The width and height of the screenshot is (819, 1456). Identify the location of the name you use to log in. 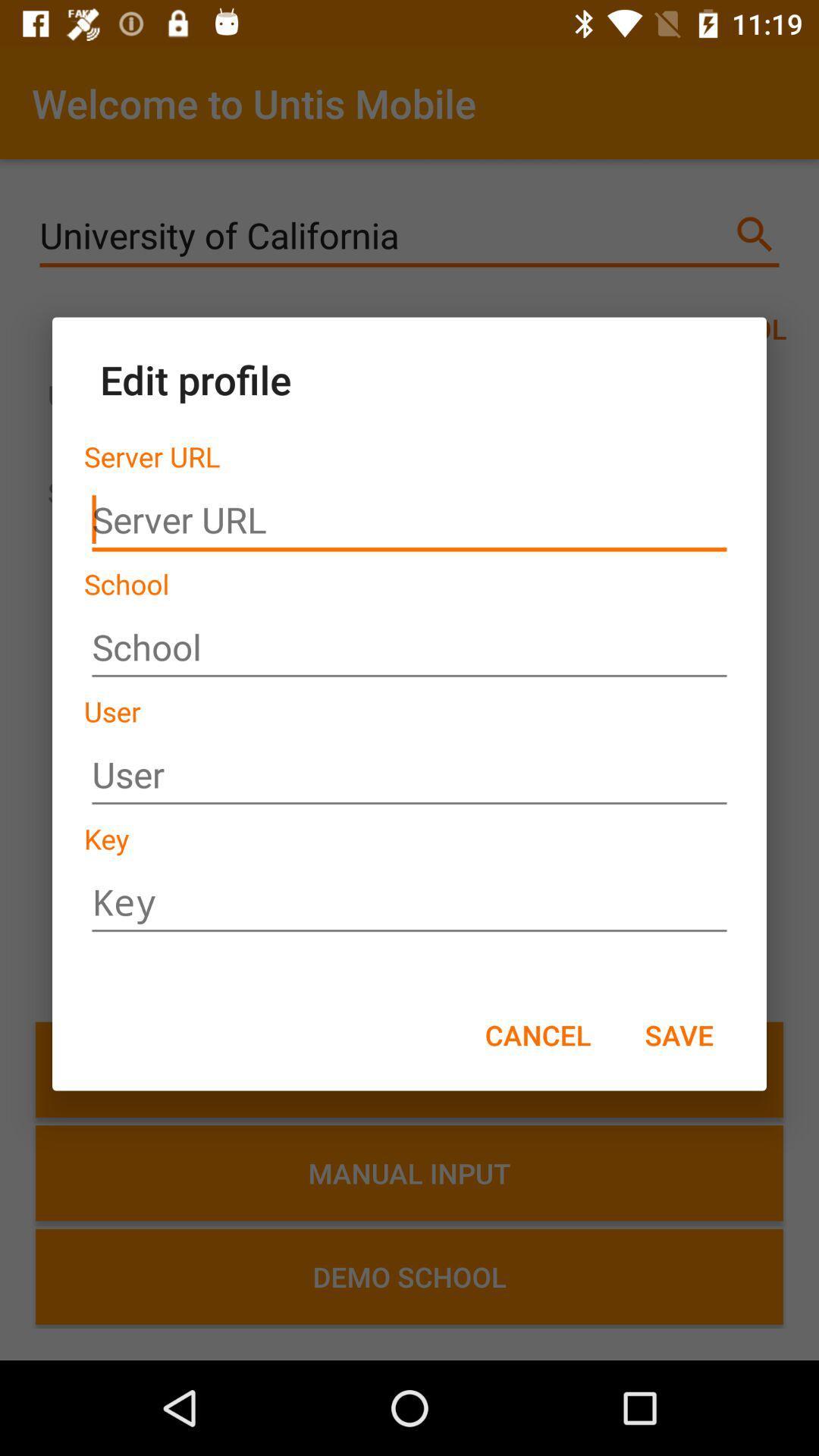
(409, 775).